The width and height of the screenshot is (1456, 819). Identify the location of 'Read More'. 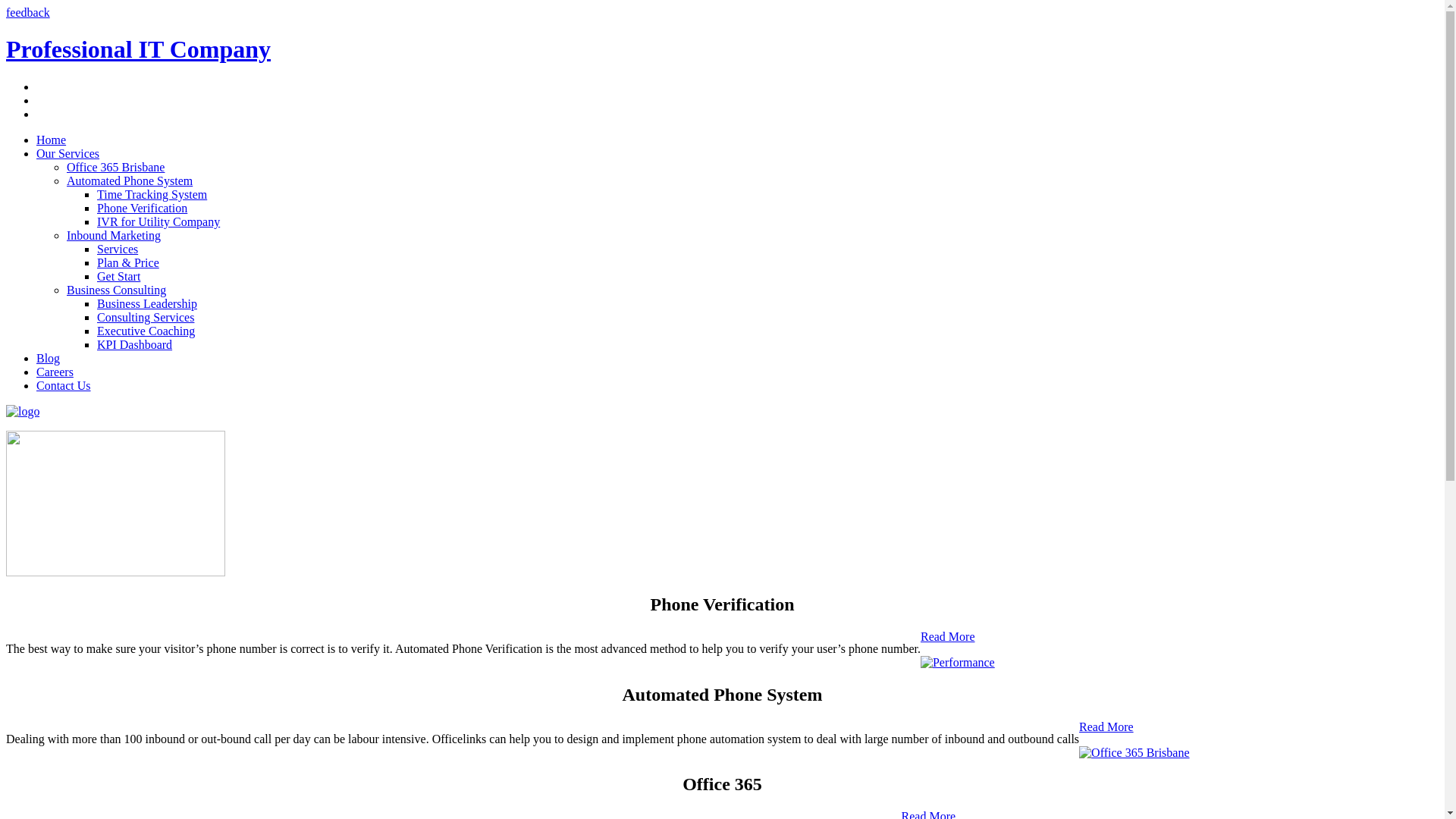
(946, 636).